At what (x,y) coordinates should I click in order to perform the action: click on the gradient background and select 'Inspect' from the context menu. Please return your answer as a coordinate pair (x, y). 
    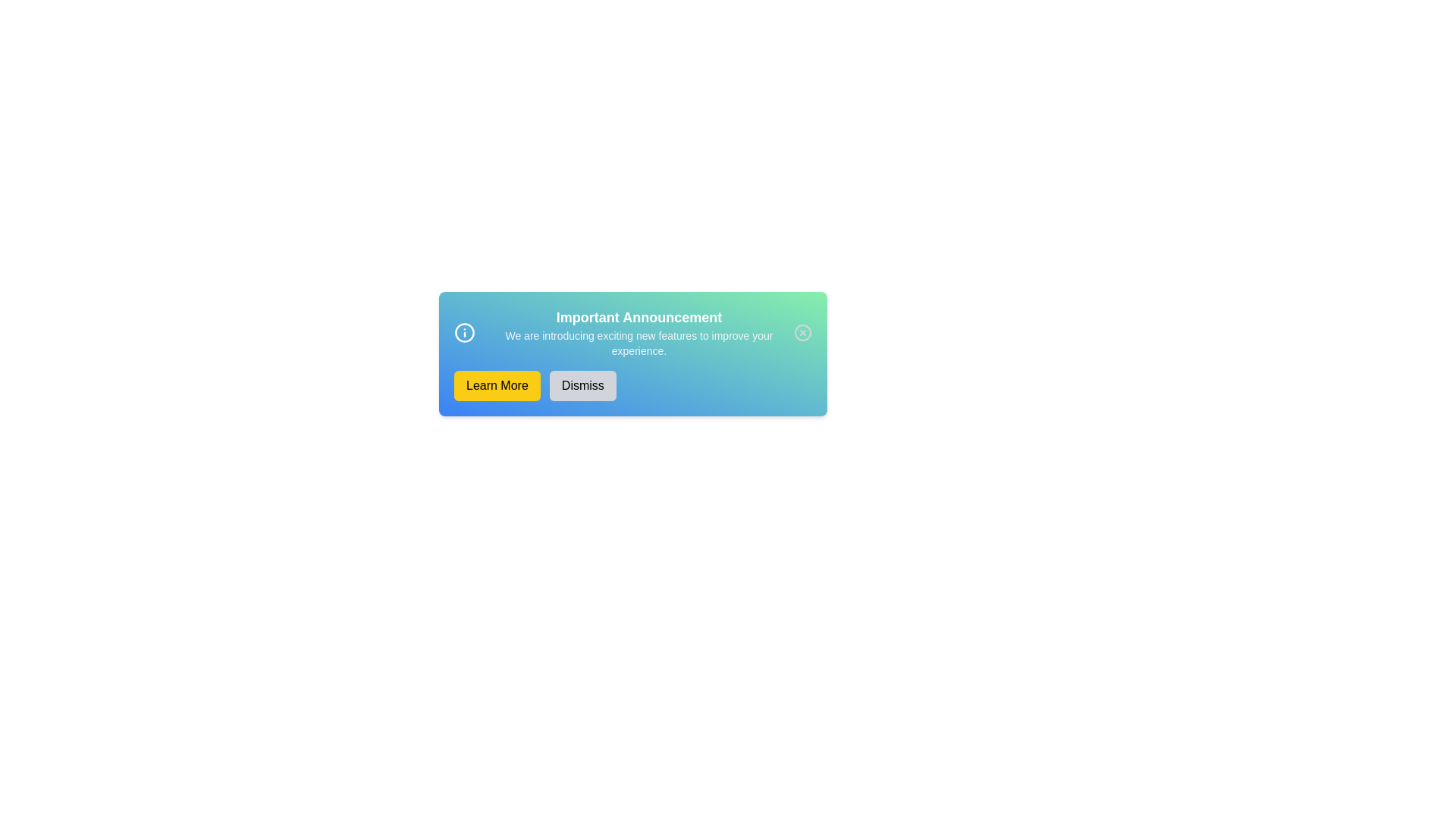
    Looking at the image, I should click on (633, 353).